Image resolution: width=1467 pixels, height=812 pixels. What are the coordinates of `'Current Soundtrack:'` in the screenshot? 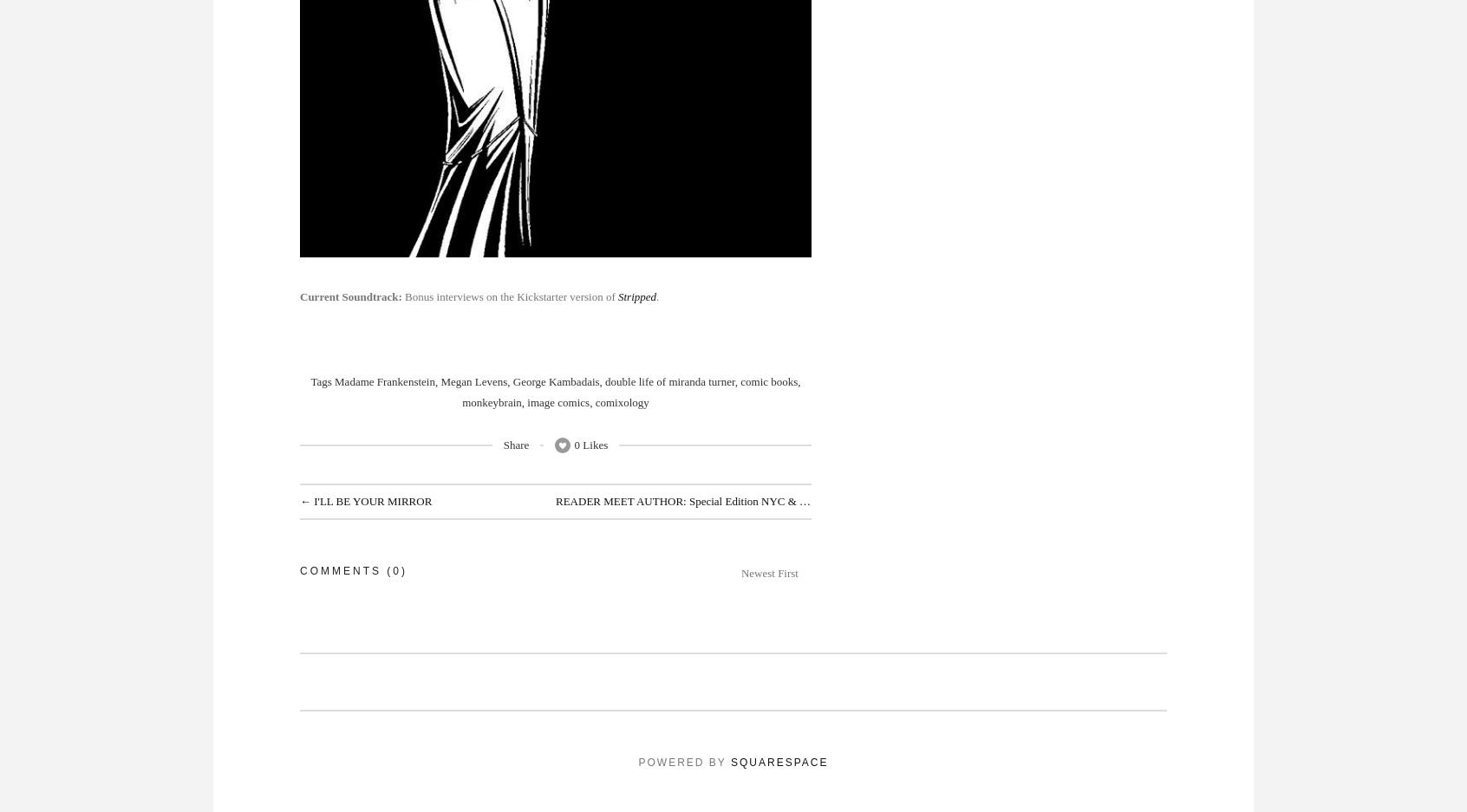 It's located at (352, 296).